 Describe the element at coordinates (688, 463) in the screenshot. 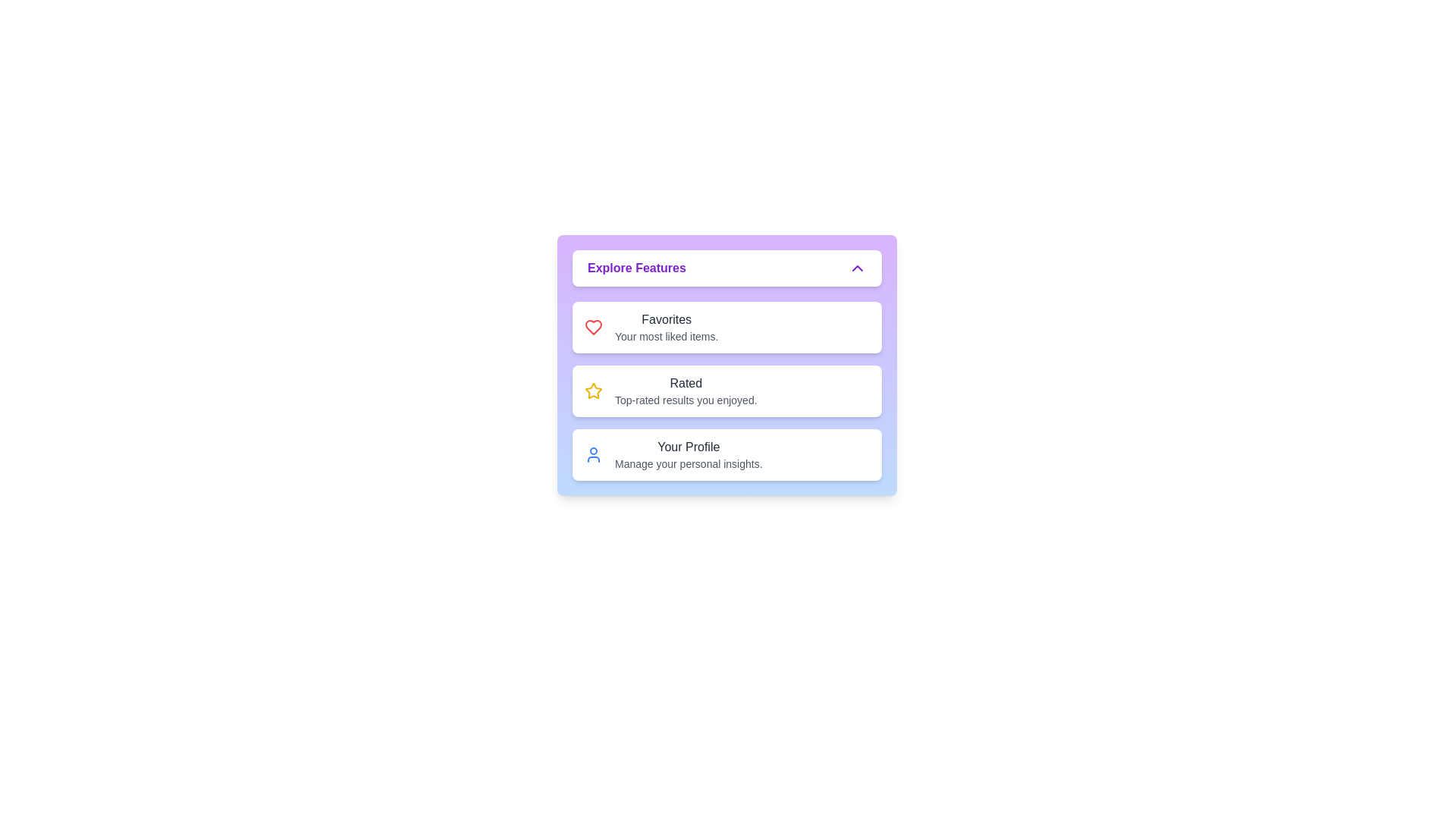

I see `the descriptive text element located directly below the 'Your Profile' label in the user options panel to provide additional context about the section` at that location.